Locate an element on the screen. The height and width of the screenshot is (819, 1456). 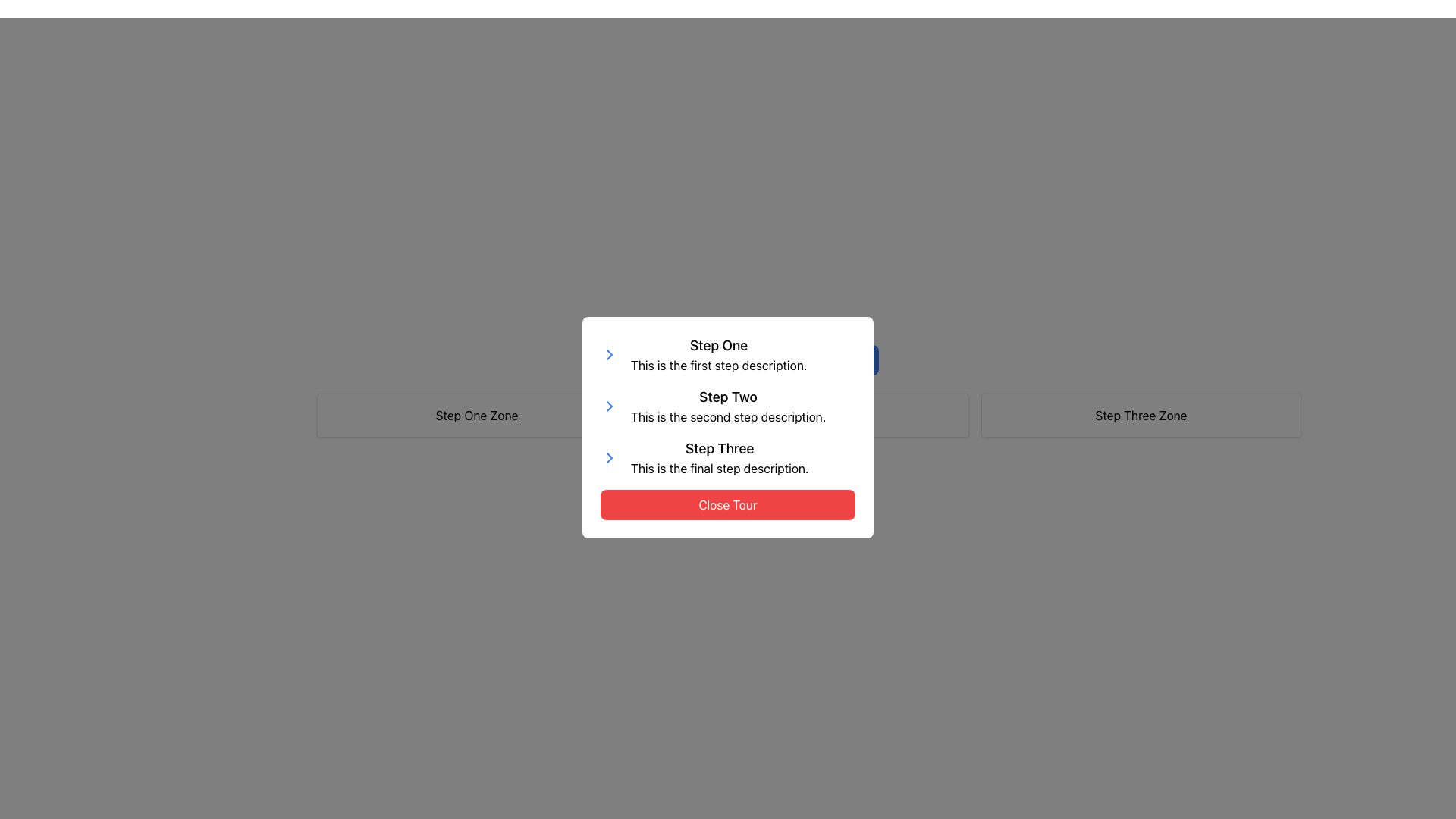
the second chevron icon positioned to the left of the 'Step Two' text in the modal dialog is located at coordinates (610, 406).